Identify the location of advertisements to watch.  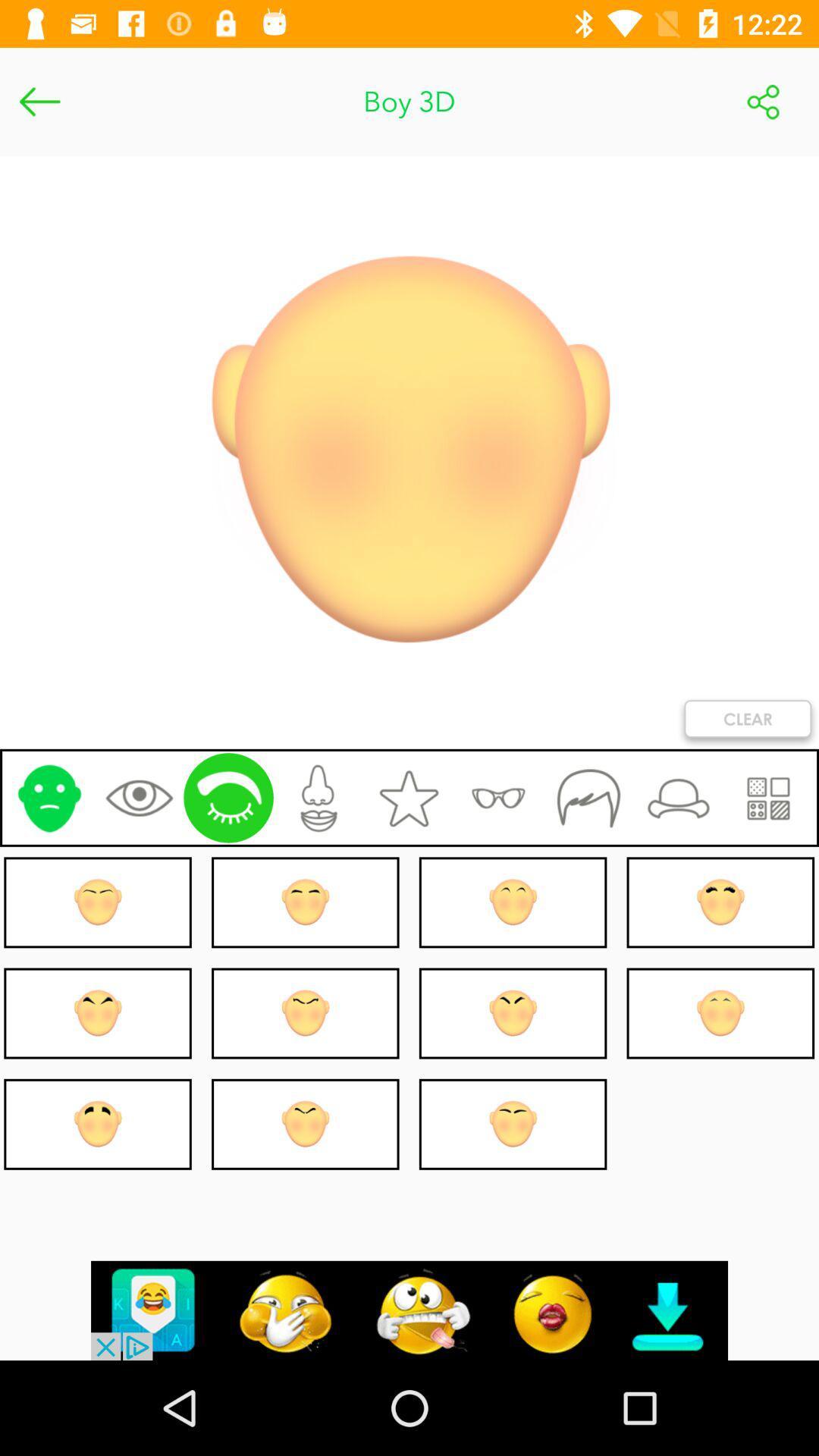
(409, 1310).